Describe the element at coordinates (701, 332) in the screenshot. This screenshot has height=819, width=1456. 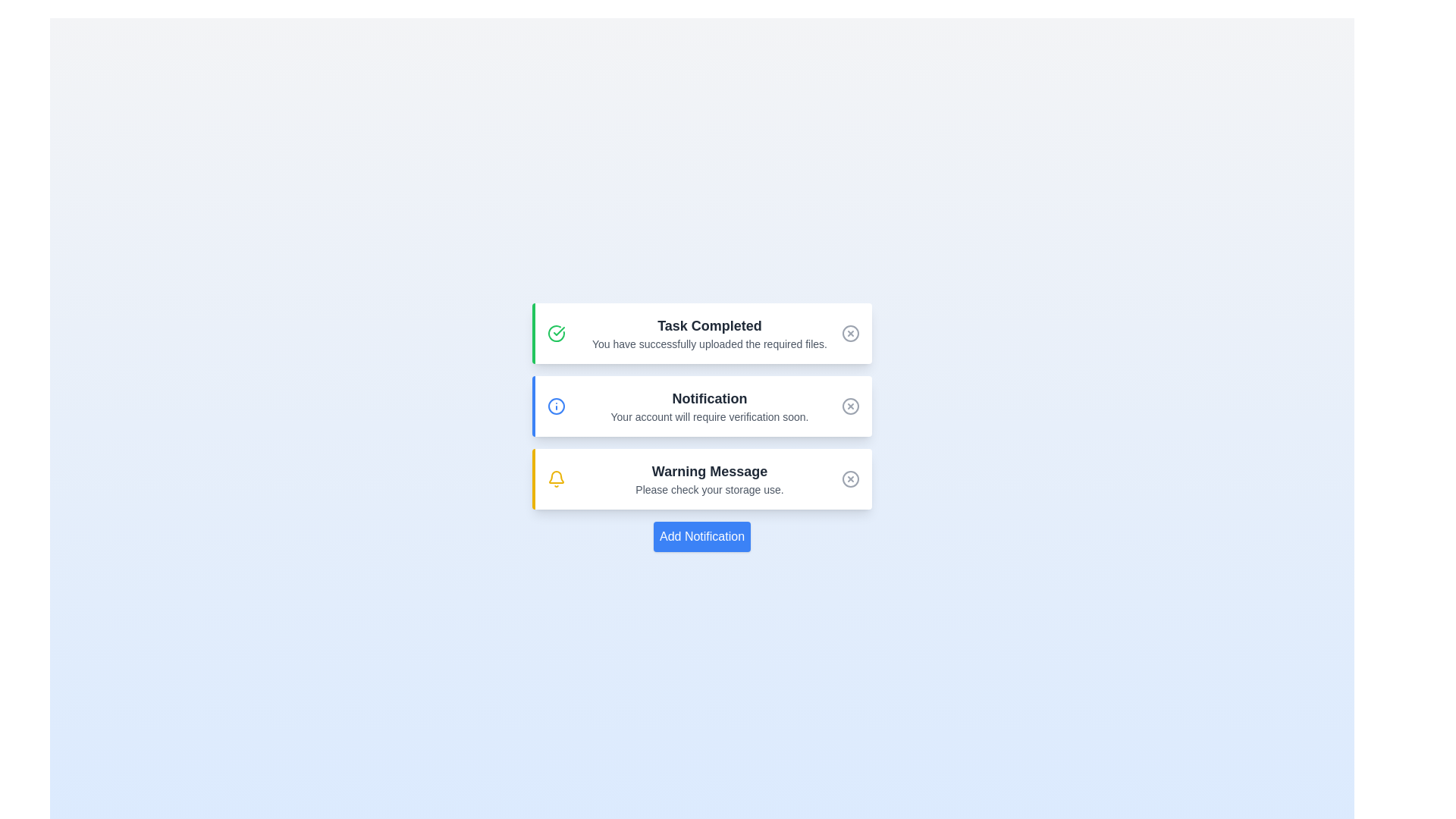
I see `the notification to read its title and details` at that location.